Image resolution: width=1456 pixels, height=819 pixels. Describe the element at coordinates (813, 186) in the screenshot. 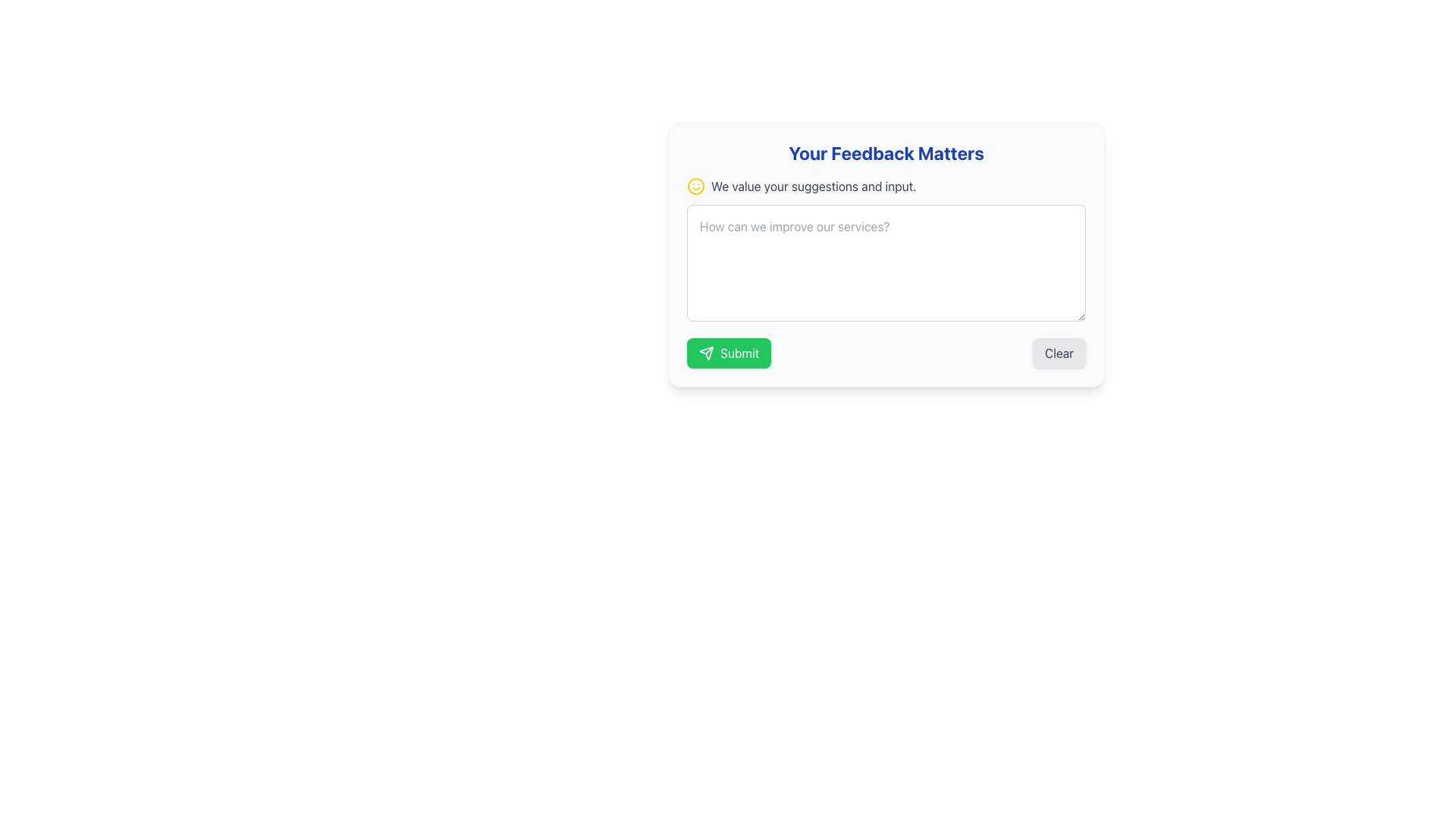

I see `the static text label that encourages users to provide suggestions or feedback, located beneath the header 'Your Feedback Matters' and to the right of a yellow smiling emoji` at that location.